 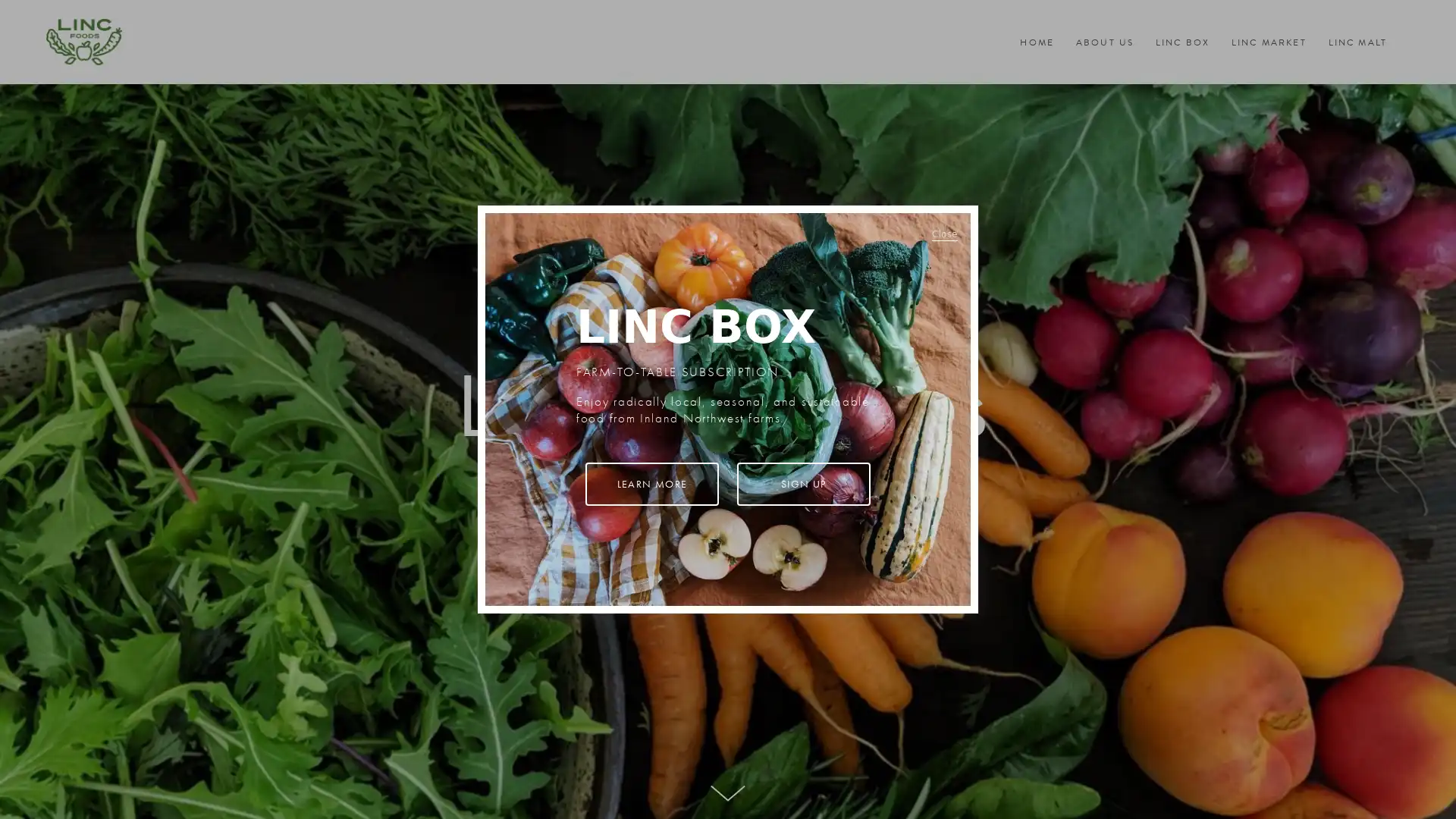 What do you see at coordinates (944, 231) in the screenshot?
I see `Close` at bounding box center [944, 231].